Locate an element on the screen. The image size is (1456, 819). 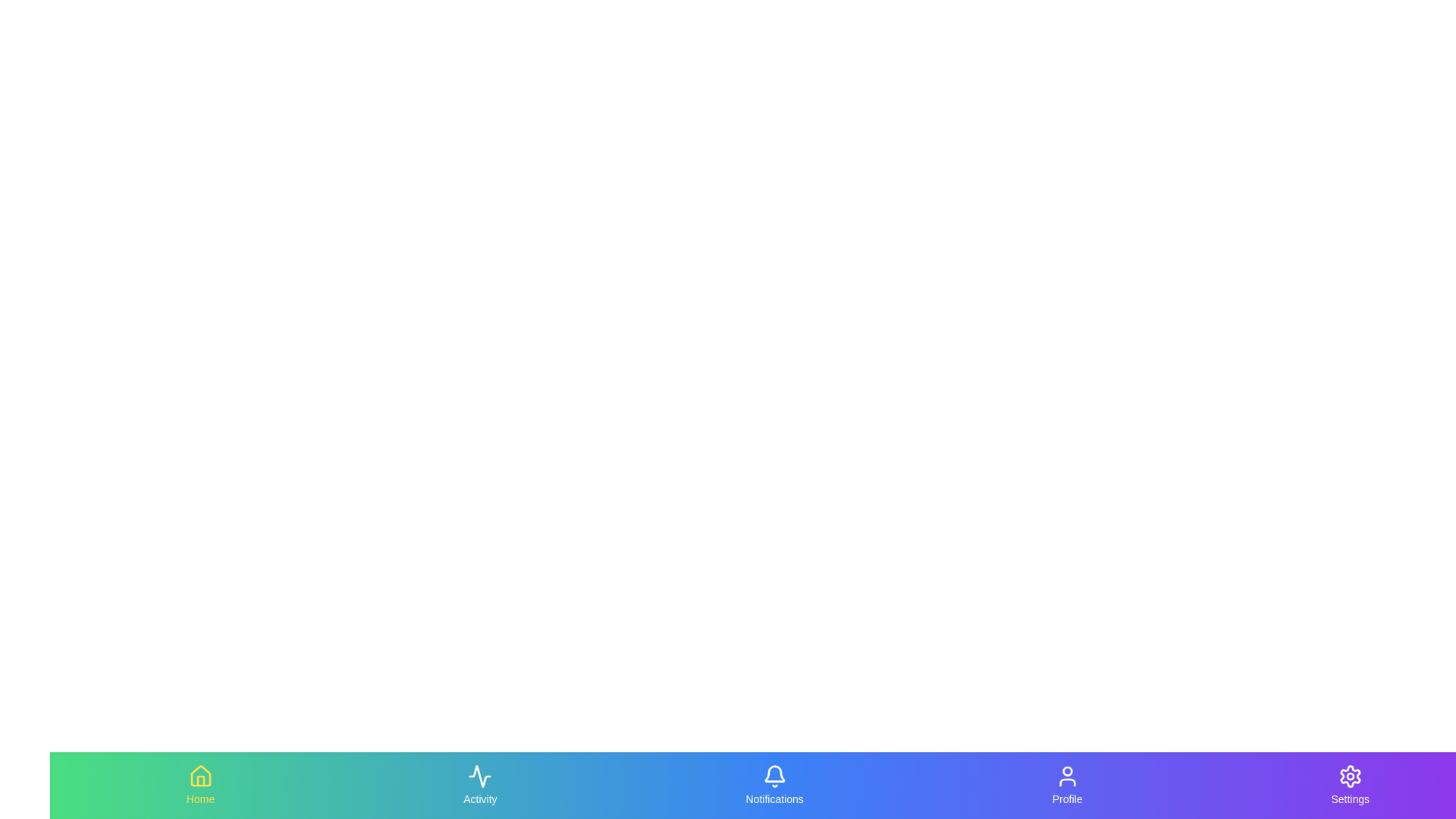
the navigation tab labeled Home to see the hover effect is located at coordinates (199, 785).